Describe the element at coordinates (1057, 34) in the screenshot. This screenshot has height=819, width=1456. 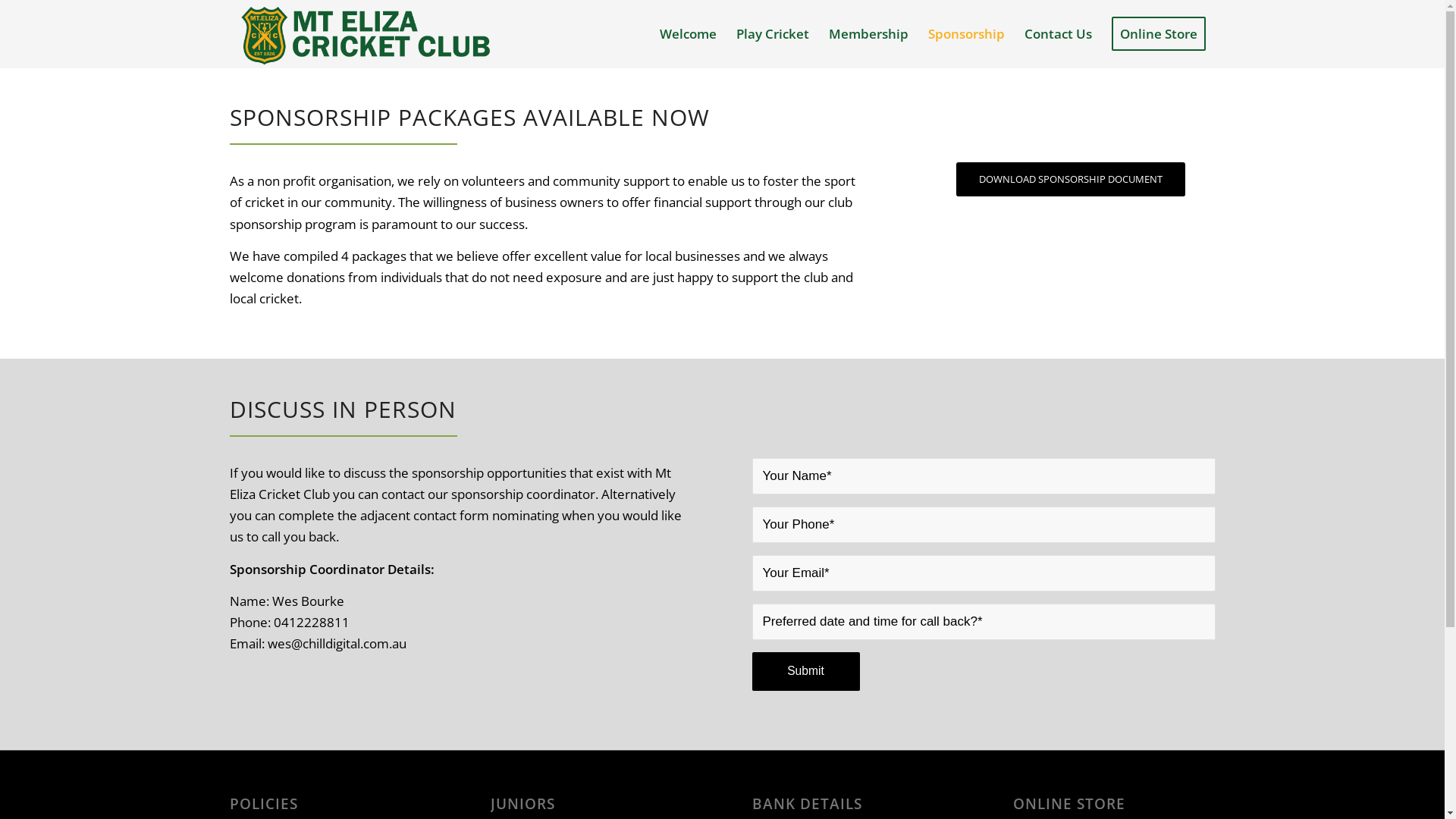
I see `'Contact Us'` at that location.